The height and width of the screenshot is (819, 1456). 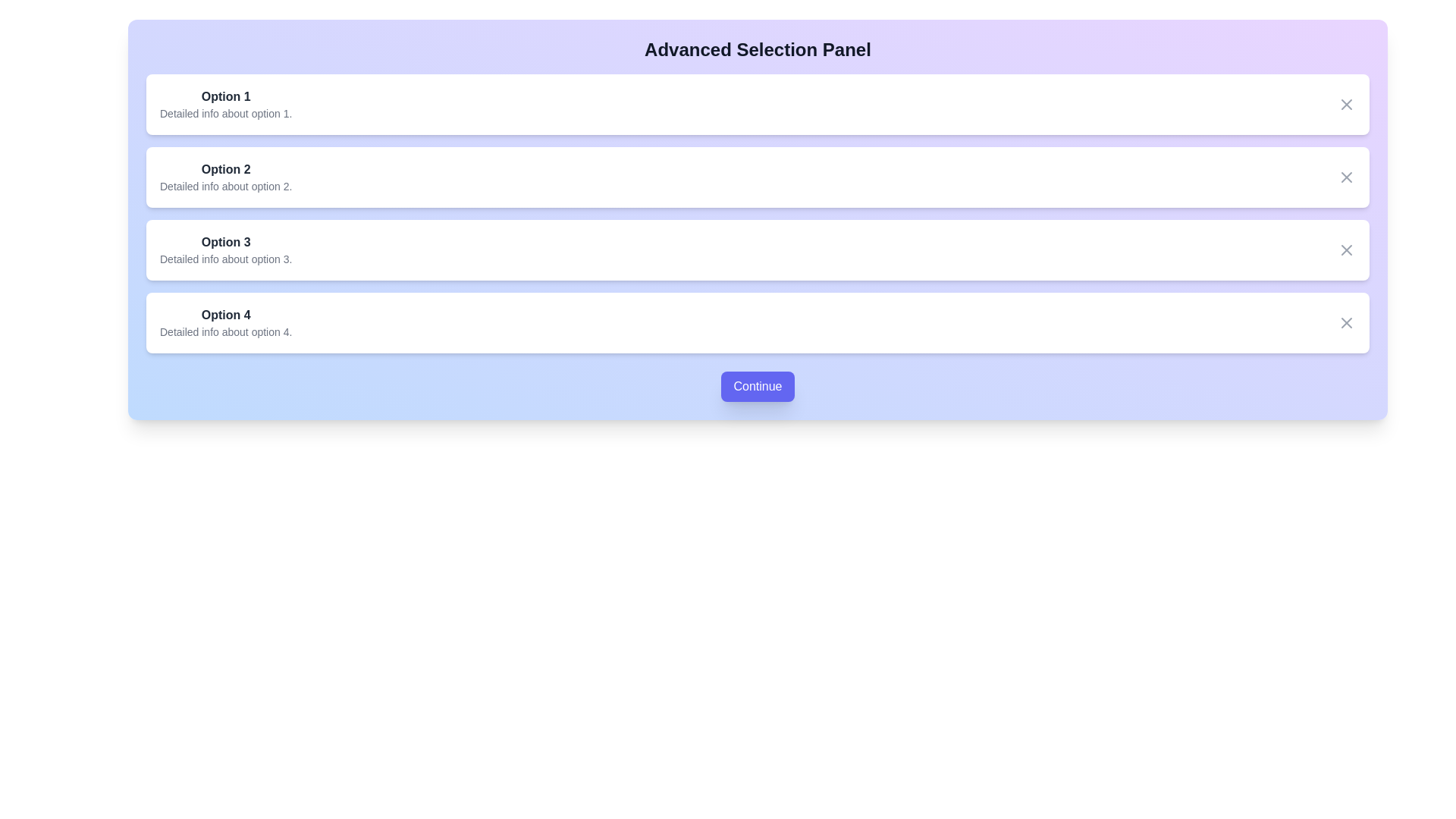 What do you see at coordinates (224, 177) in the screenshot?
I see `the informational block related to 'Option 2', which is the second card in a vertical list of four cards` at bounding box center [224, 177].